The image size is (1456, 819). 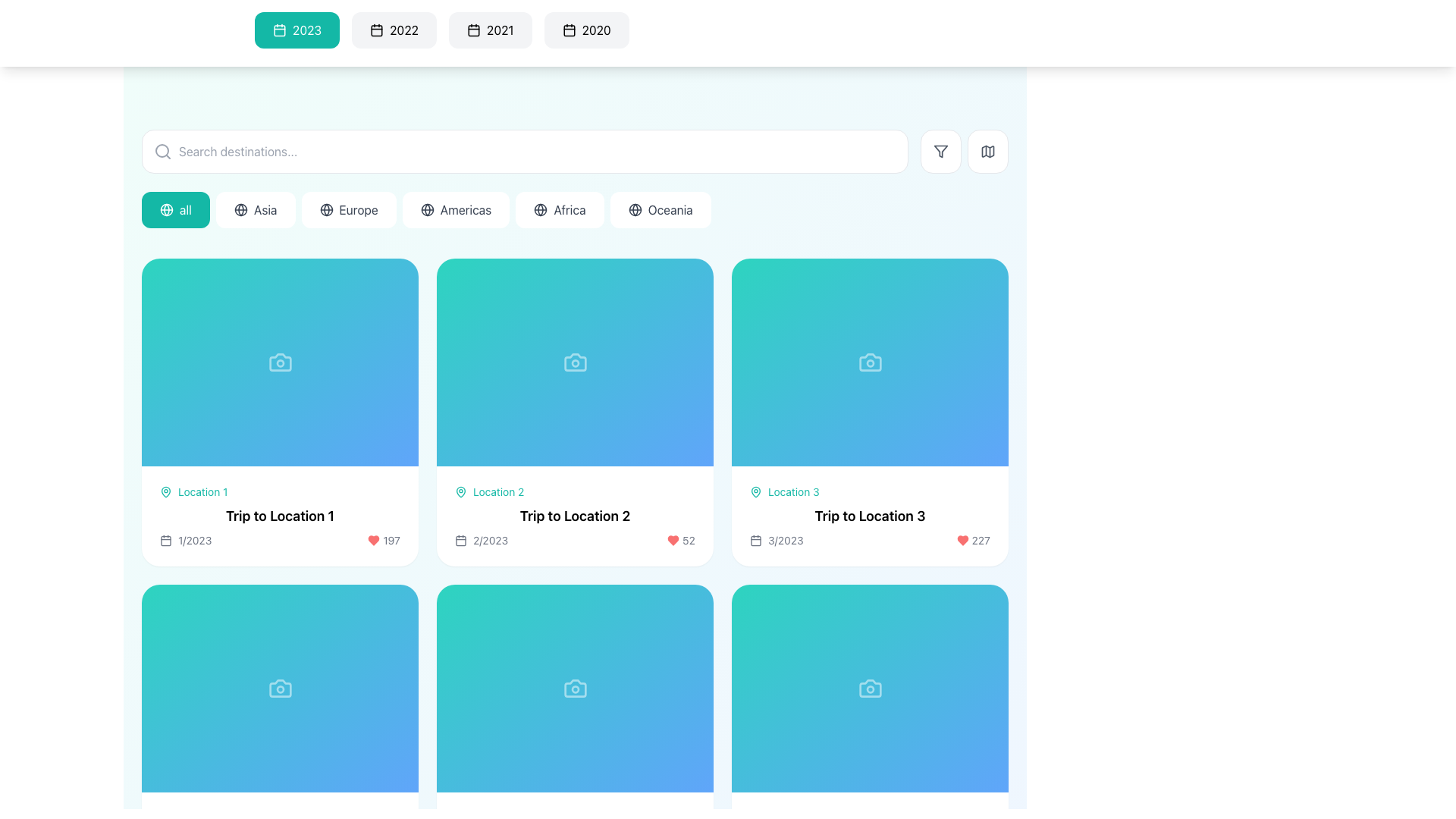 I want to click on the 'Europe' filter button, which is a compact button with a white background and a globe icon, positioned between 'Asia' and 'Americas' in the top section of the application, so click(x=348, y=210).